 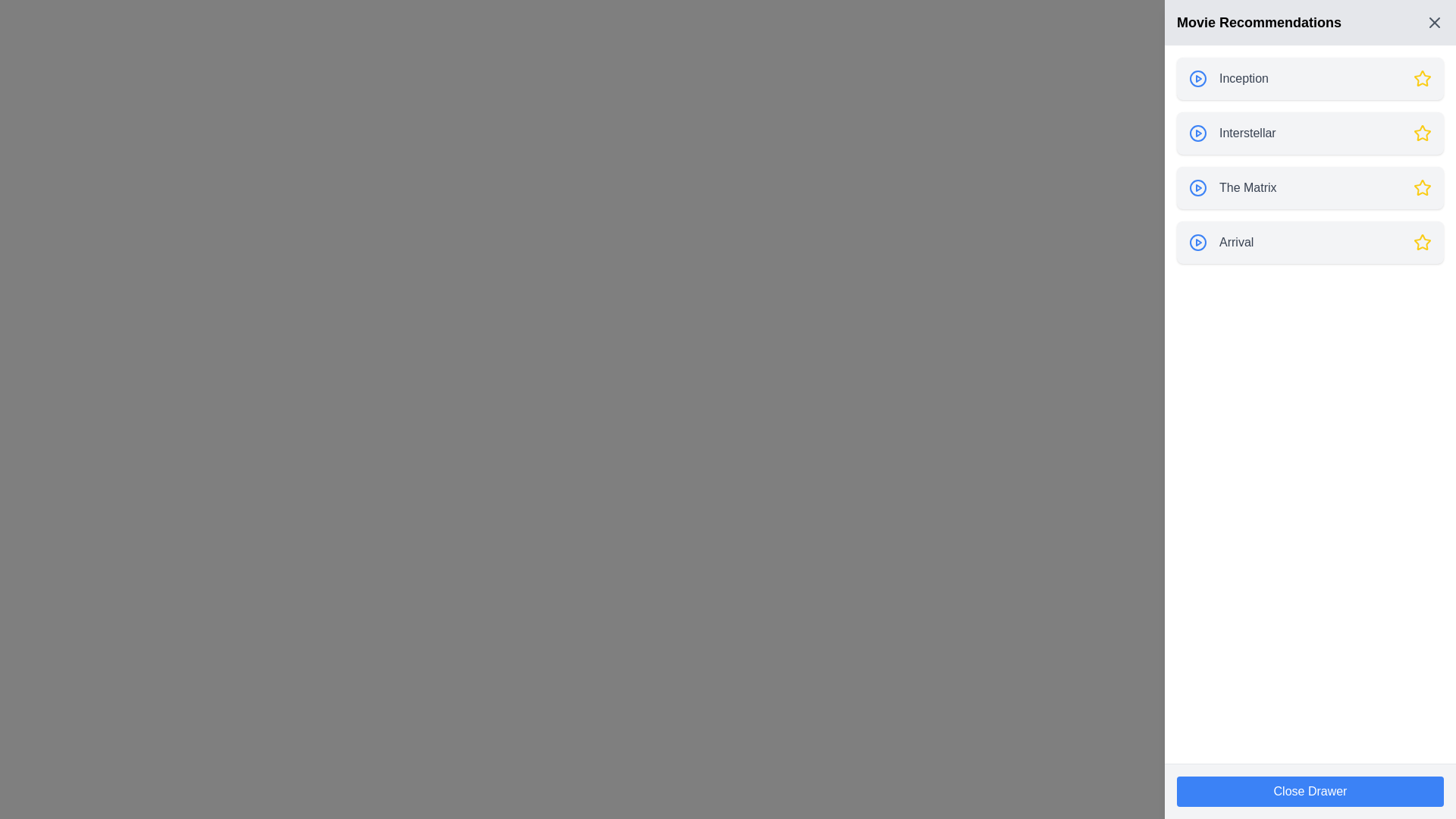 I want to click on the fourth star-shaped icon with a yellow fill and white border, associated with the movie 'The Matrix', to possibly view related actions, so click(x=1422, y=187).